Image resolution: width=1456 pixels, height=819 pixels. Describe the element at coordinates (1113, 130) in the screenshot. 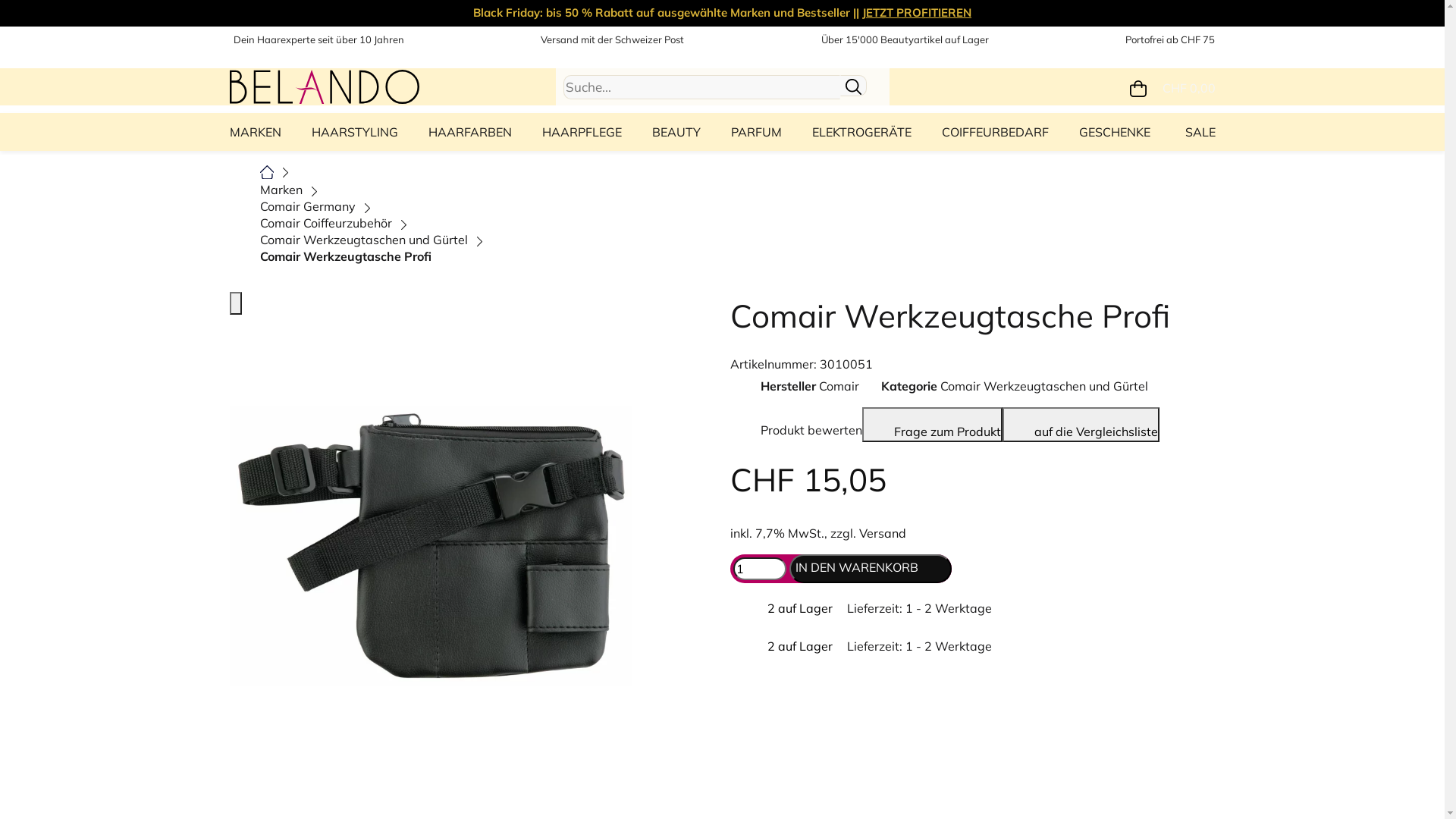

I see `'GESCHENKE'` at that location.